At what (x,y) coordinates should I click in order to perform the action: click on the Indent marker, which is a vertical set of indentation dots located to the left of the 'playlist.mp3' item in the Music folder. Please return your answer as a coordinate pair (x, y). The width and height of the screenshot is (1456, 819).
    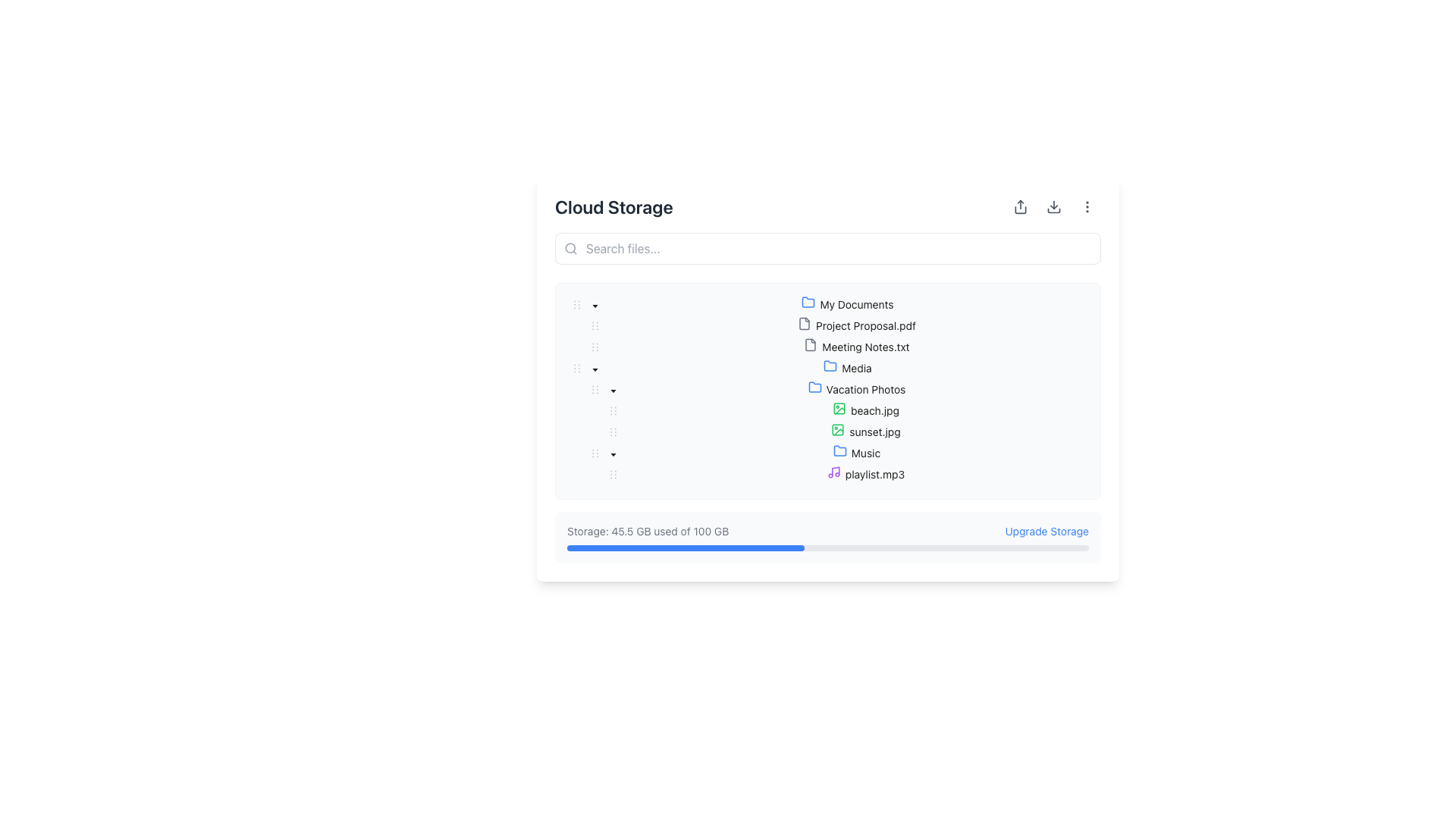
    Looking at the image, I should click on (585, 473).